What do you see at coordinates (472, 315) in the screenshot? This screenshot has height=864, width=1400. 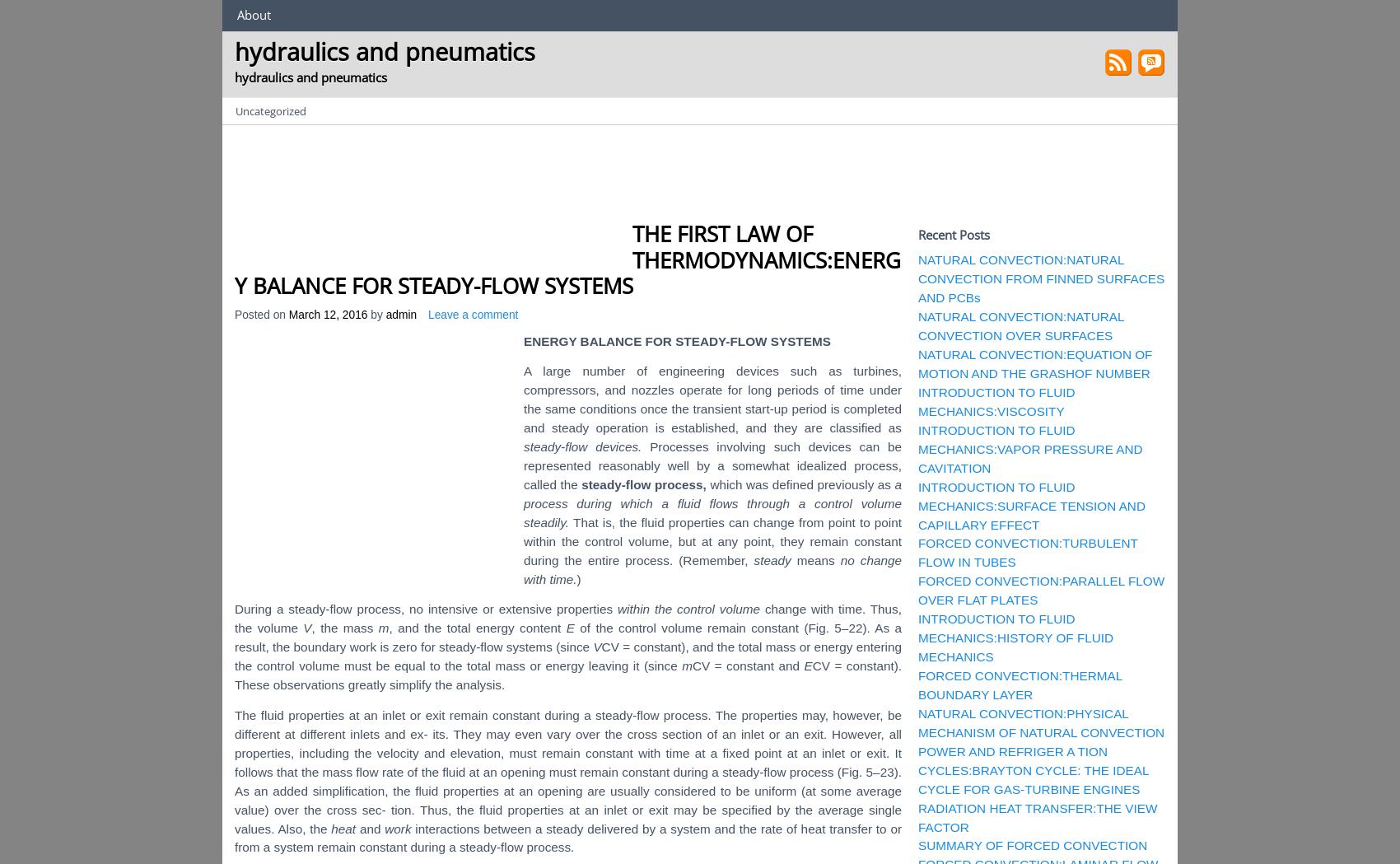 I see `'Leave a comment'` at bounding box center [472, 315].